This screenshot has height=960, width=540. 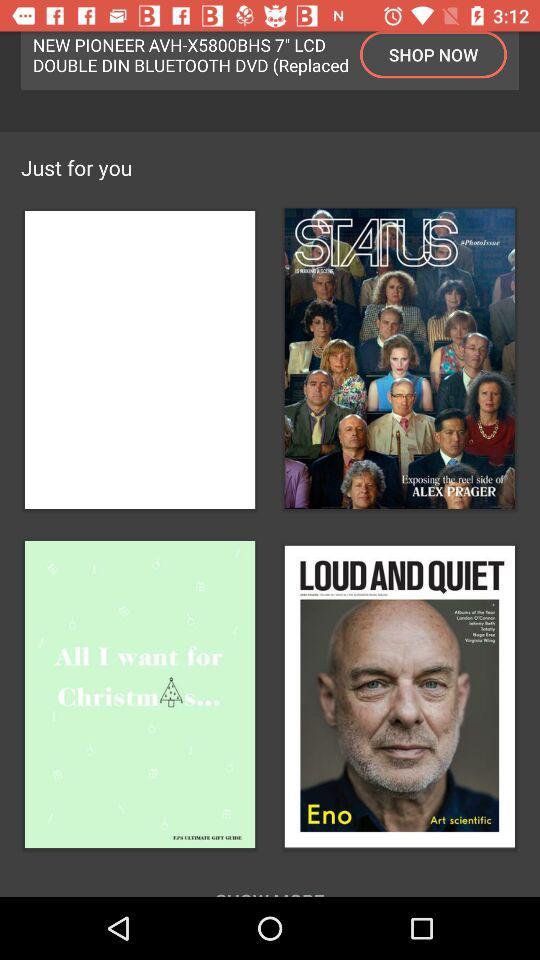 What do you see at coordinates (191, 53) in the screenshot?
I see `item next to the shop now icon` at bounding box center [191, 53].